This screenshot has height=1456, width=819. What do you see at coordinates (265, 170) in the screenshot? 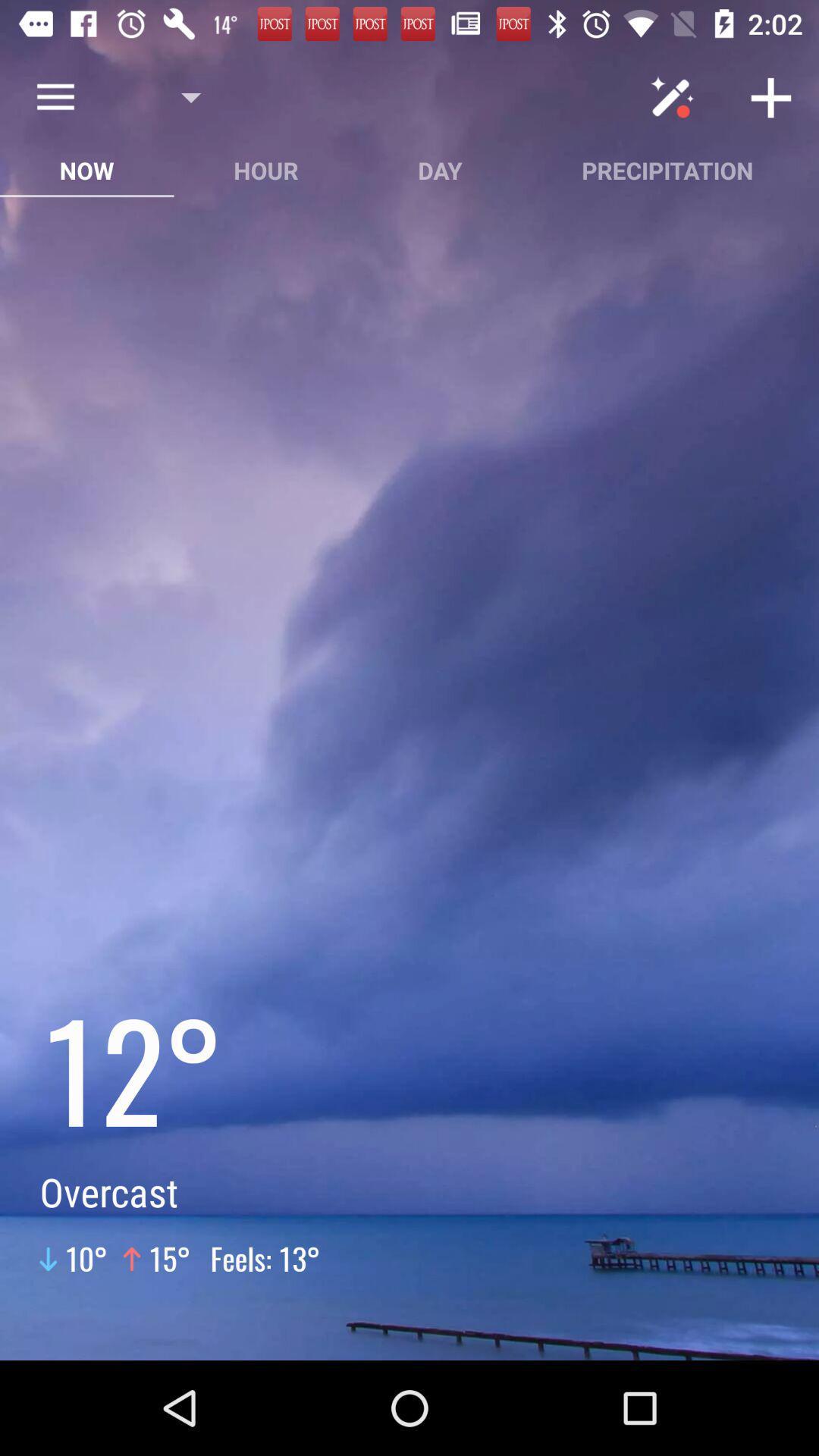
I see `hour button between now and day` at bounding box center [265, 170].